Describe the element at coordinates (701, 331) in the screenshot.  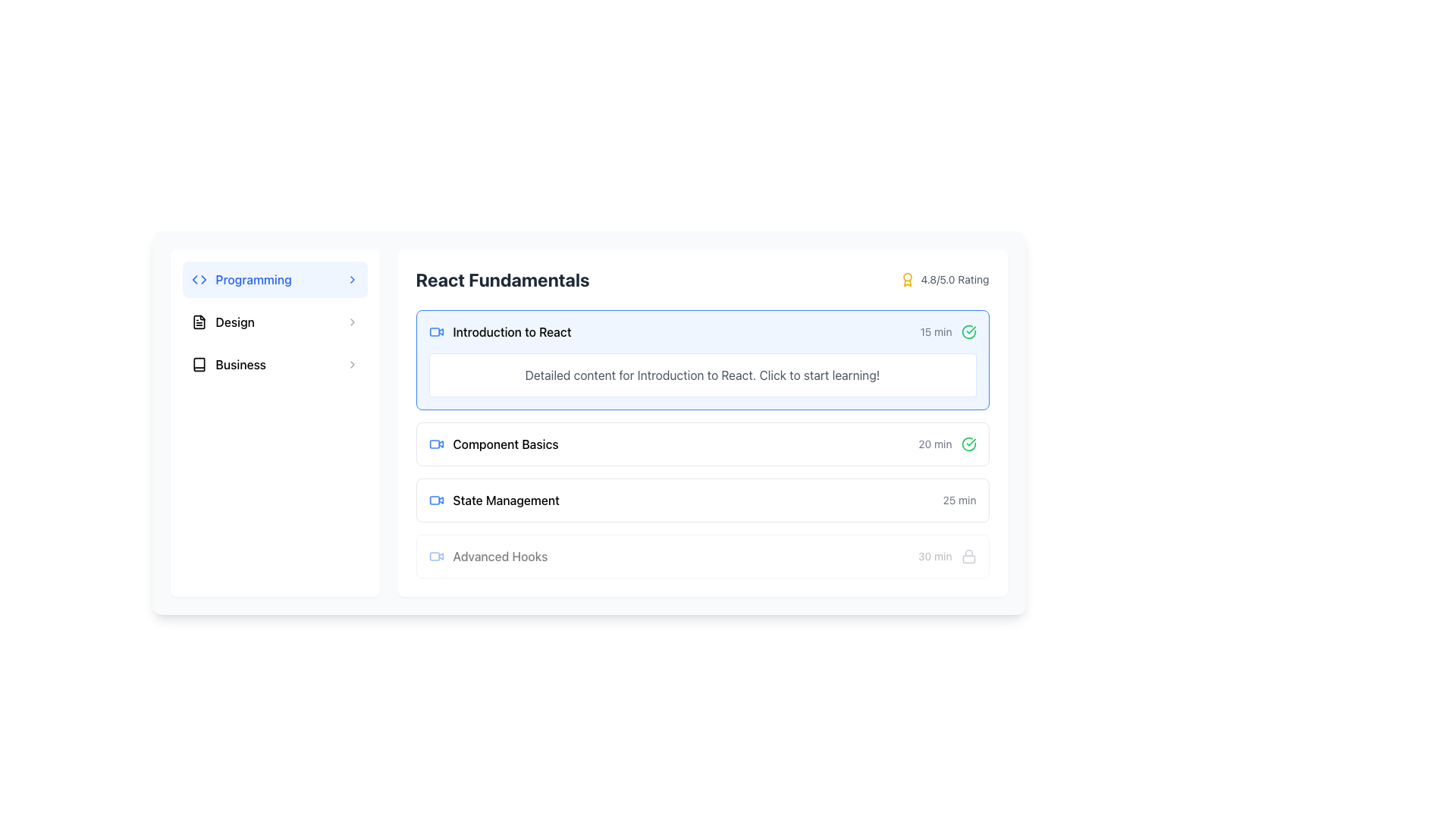
I see `the first topic item in the 'React Fundamentals' section` at that location.